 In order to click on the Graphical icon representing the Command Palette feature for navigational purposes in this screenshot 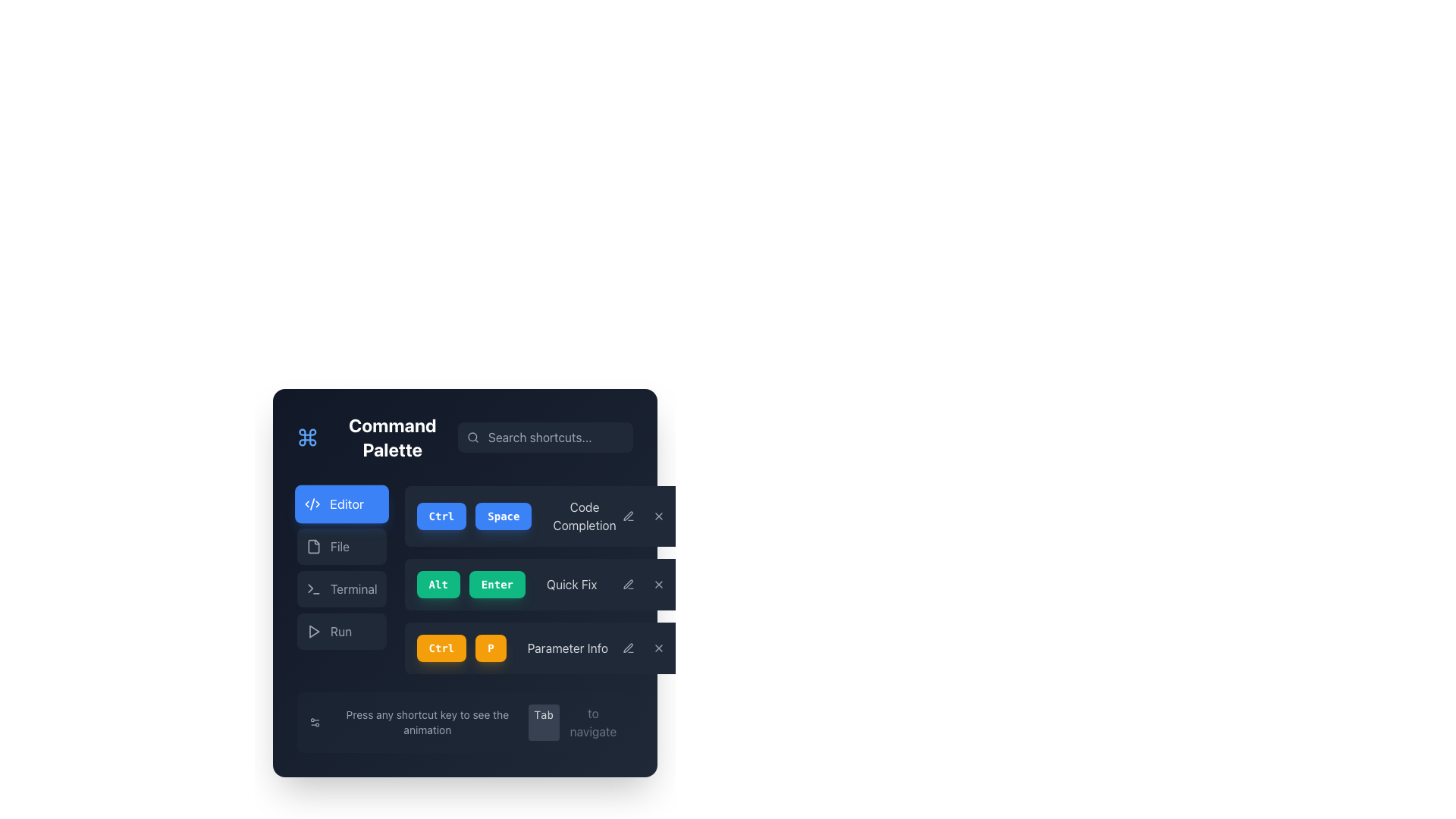, I will do `click(306, 438)`.